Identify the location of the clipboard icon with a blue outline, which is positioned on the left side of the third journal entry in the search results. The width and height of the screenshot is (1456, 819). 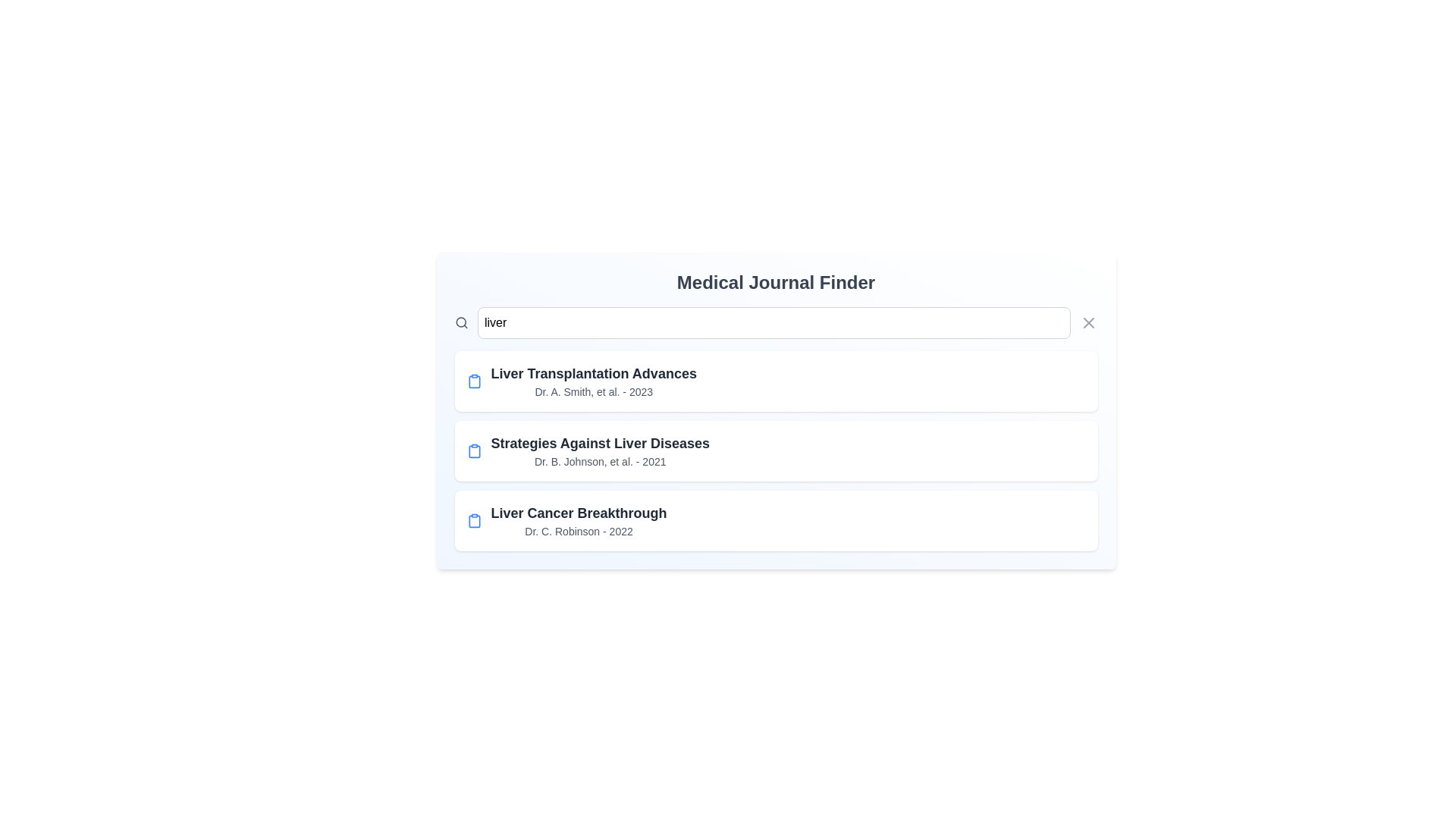
(473, 520).